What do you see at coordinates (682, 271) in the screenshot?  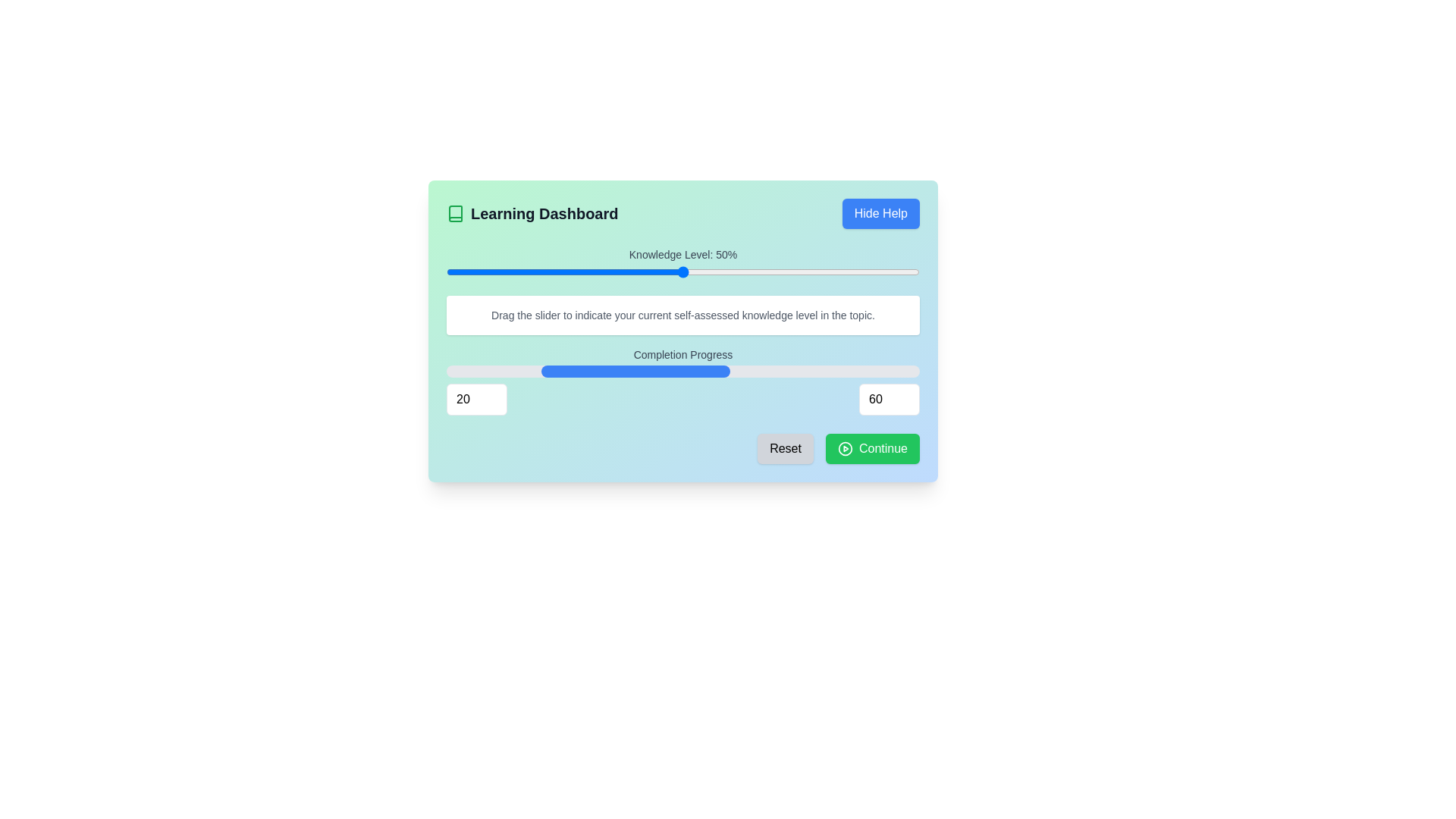 I see `the horizontally-oriented slider bar with a rounded handle that represents a current value of 50%` at bounding box center [682, 271].